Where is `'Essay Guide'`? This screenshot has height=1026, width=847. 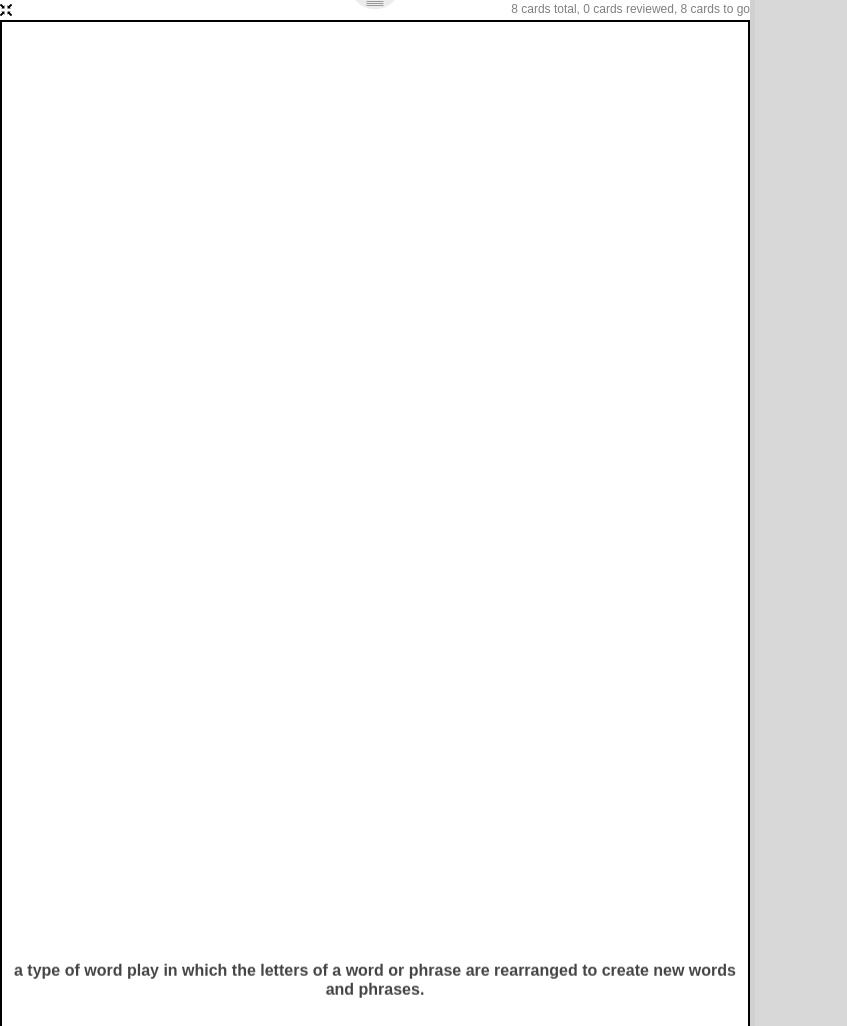 'Essay Guide' is located at coordinates (157, 127).